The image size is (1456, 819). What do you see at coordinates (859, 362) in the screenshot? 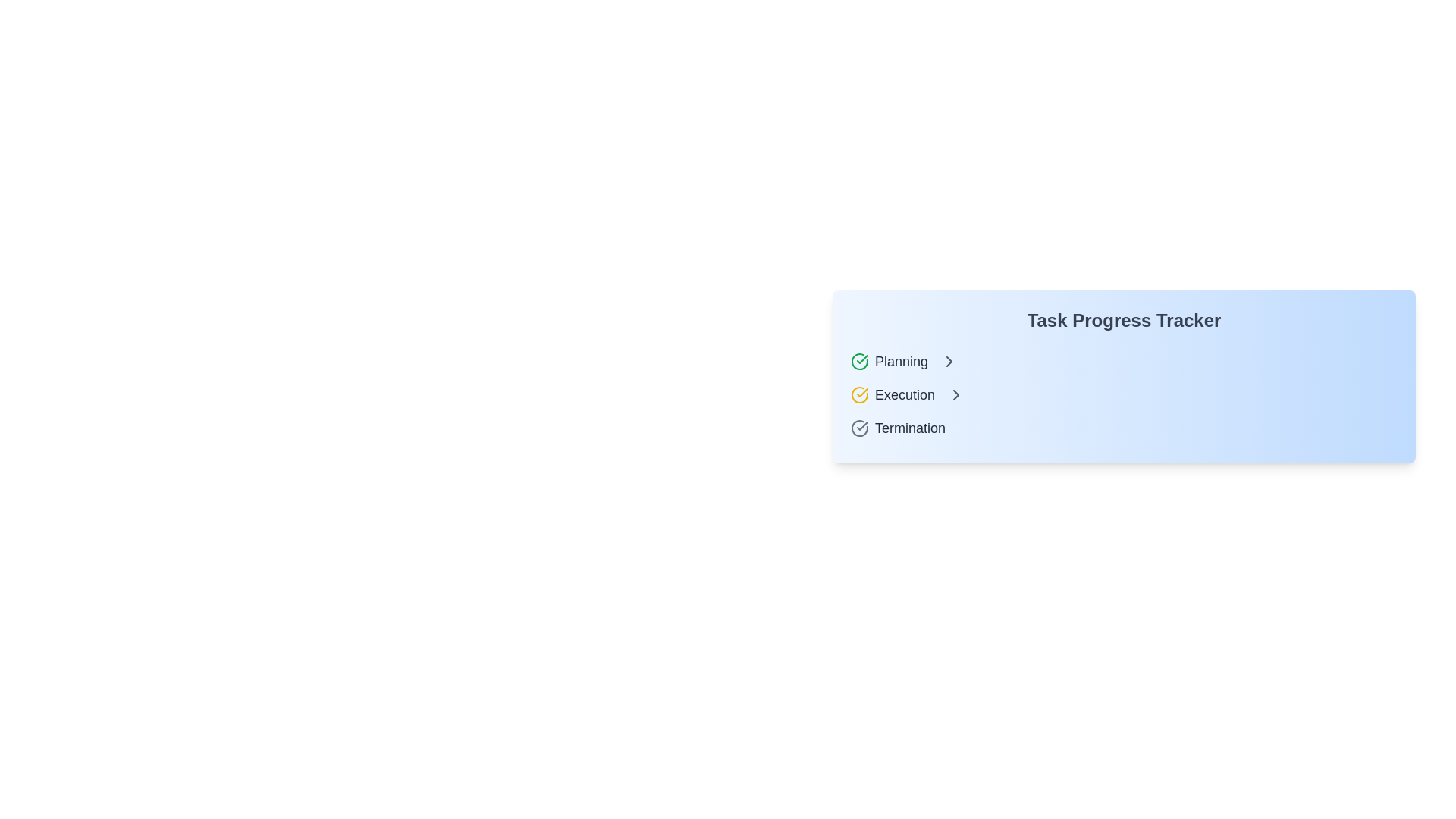
I see `the green checkmark circle icon, which represents the completed task stage, located to the left of the 'Planning' label in the task progress tracker` at bounding box center [859, 362].